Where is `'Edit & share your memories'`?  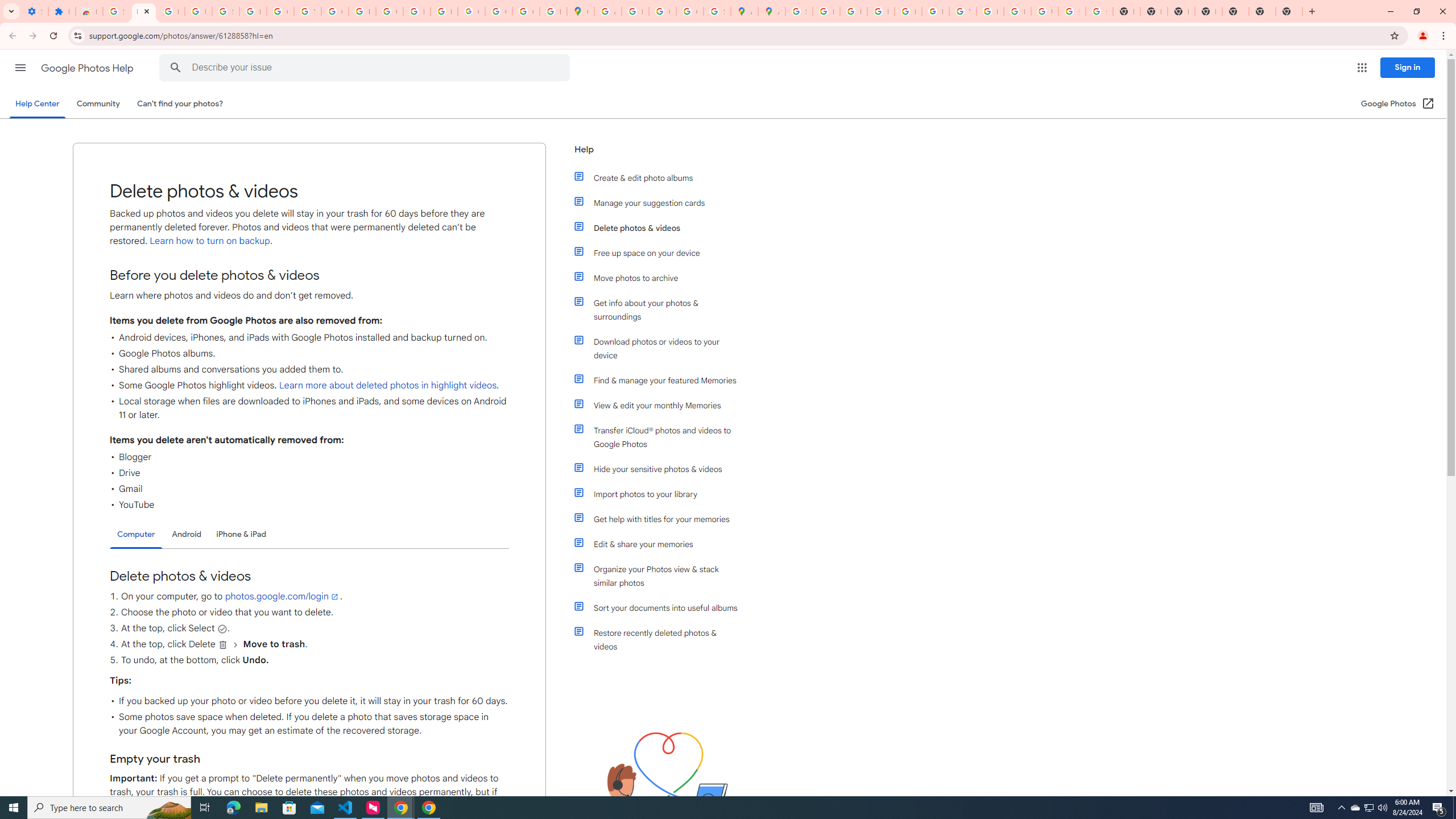
'Edit & share your memories' is located at coordinates (661, 543).